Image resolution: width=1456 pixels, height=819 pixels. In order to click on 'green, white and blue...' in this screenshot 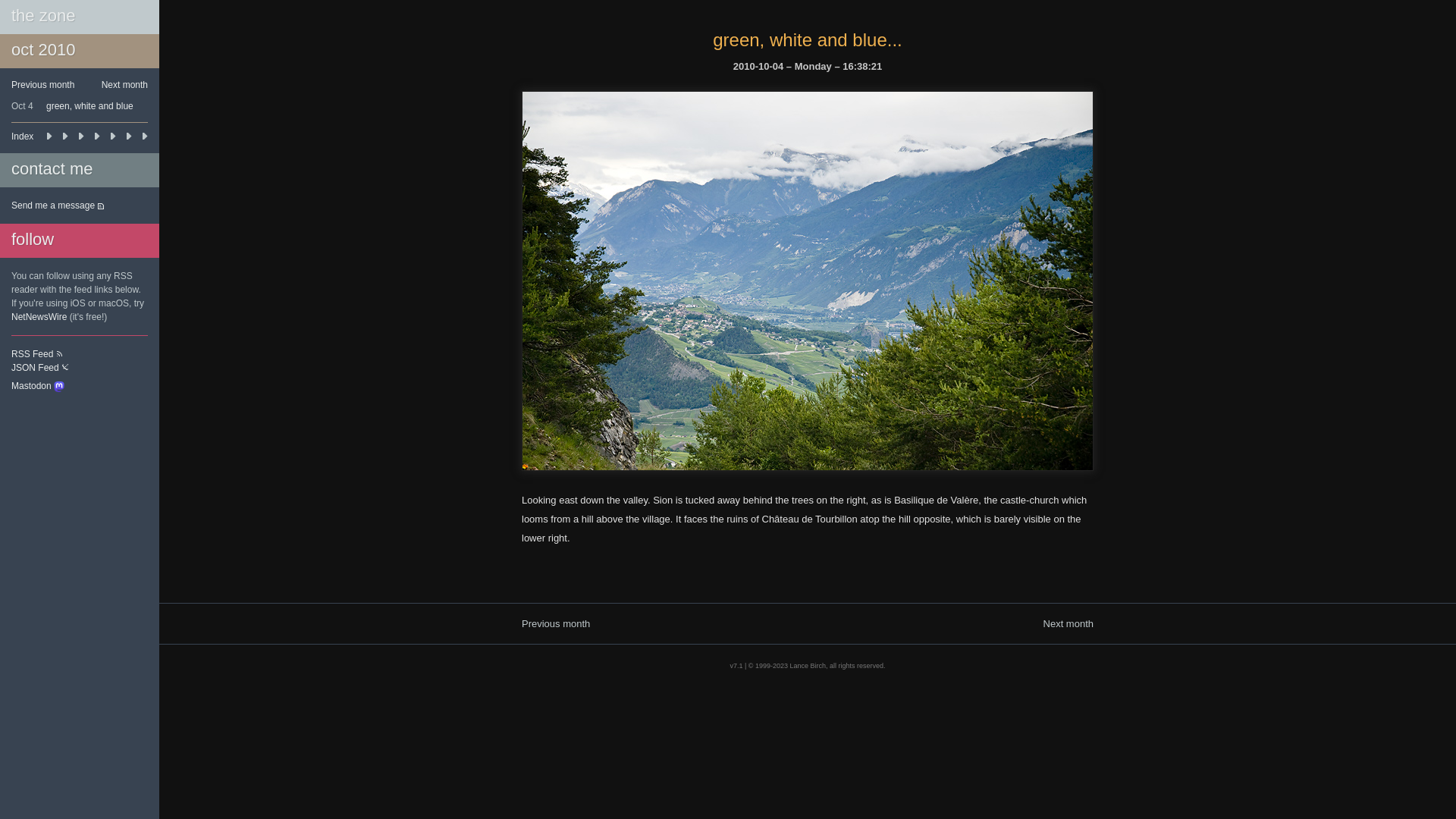, I will do `click(712, 39)`.